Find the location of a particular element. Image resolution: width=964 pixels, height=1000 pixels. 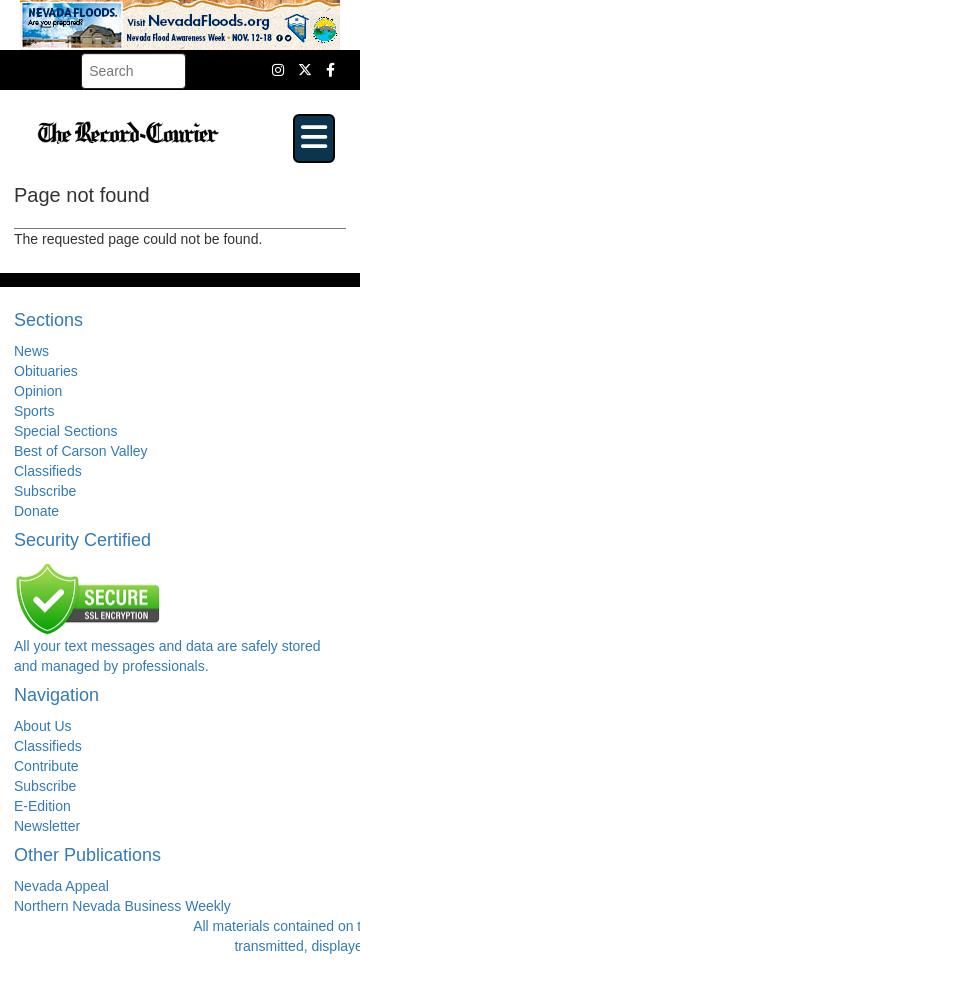

'All materials contained on this site are protected by United States copyright law and may not be reproduced, distributed, transmitted, displayed, published or broadcast without the prior written permission of Nevada News Group.' is located at coordinates (562, 935).